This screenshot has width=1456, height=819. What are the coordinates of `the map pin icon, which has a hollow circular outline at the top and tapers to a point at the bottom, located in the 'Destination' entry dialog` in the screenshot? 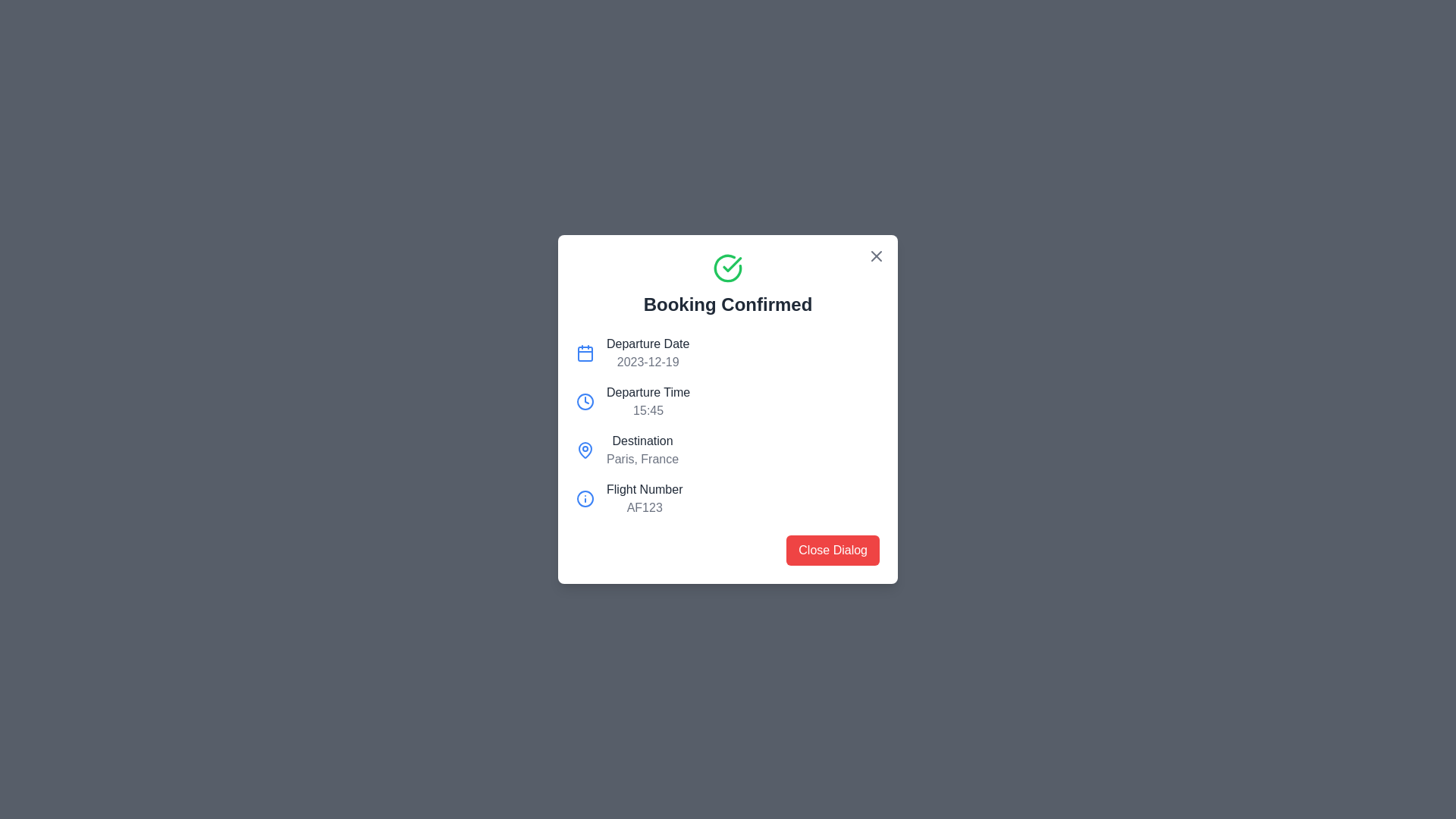 It's located at (585, 449).